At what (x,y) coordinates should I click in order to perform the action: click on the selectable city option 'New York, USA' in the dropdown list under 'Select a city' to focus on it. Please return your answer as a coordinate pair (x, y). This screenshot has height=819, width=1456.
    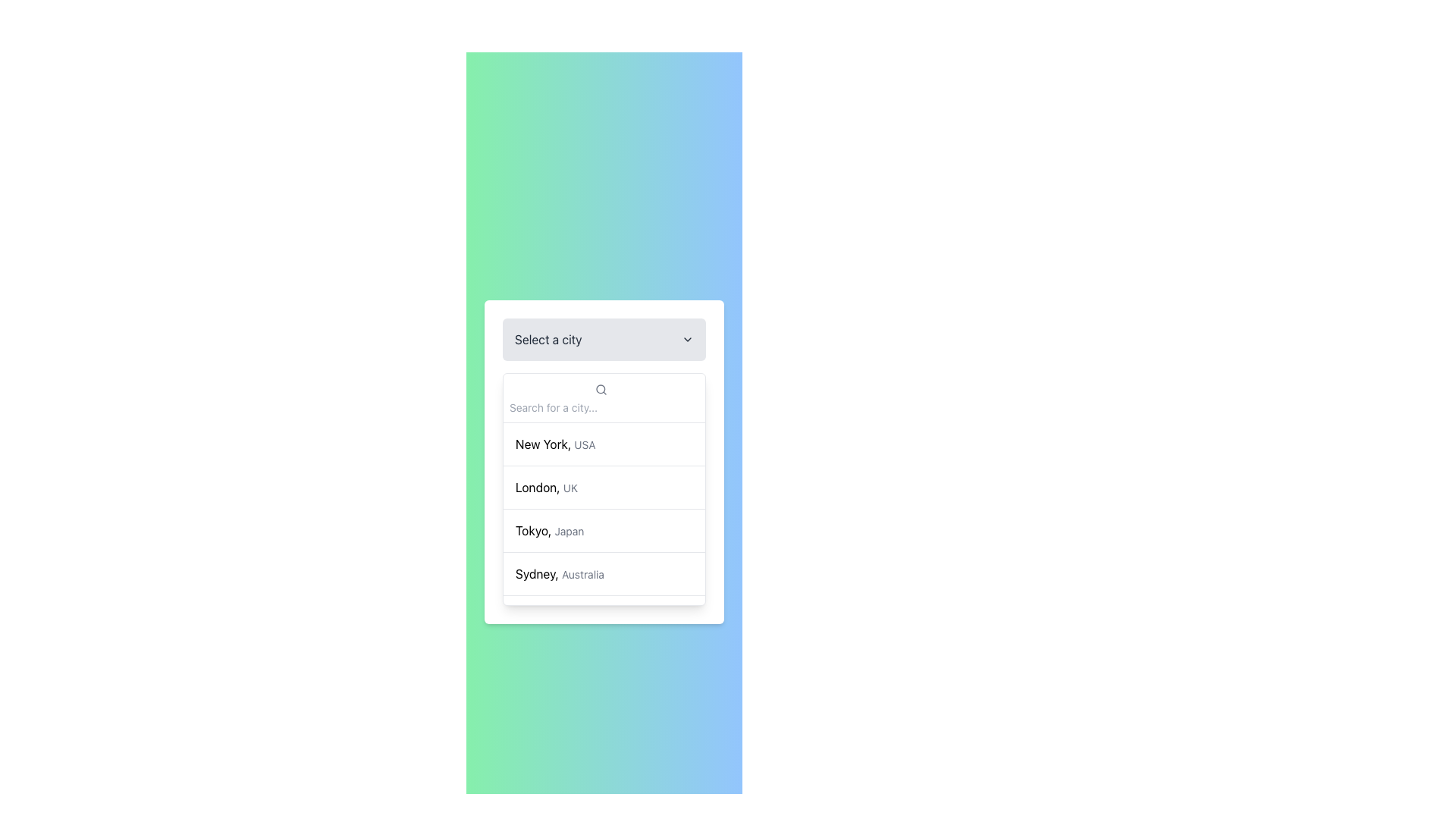
    Looking at the image, I should click on (554, 444).